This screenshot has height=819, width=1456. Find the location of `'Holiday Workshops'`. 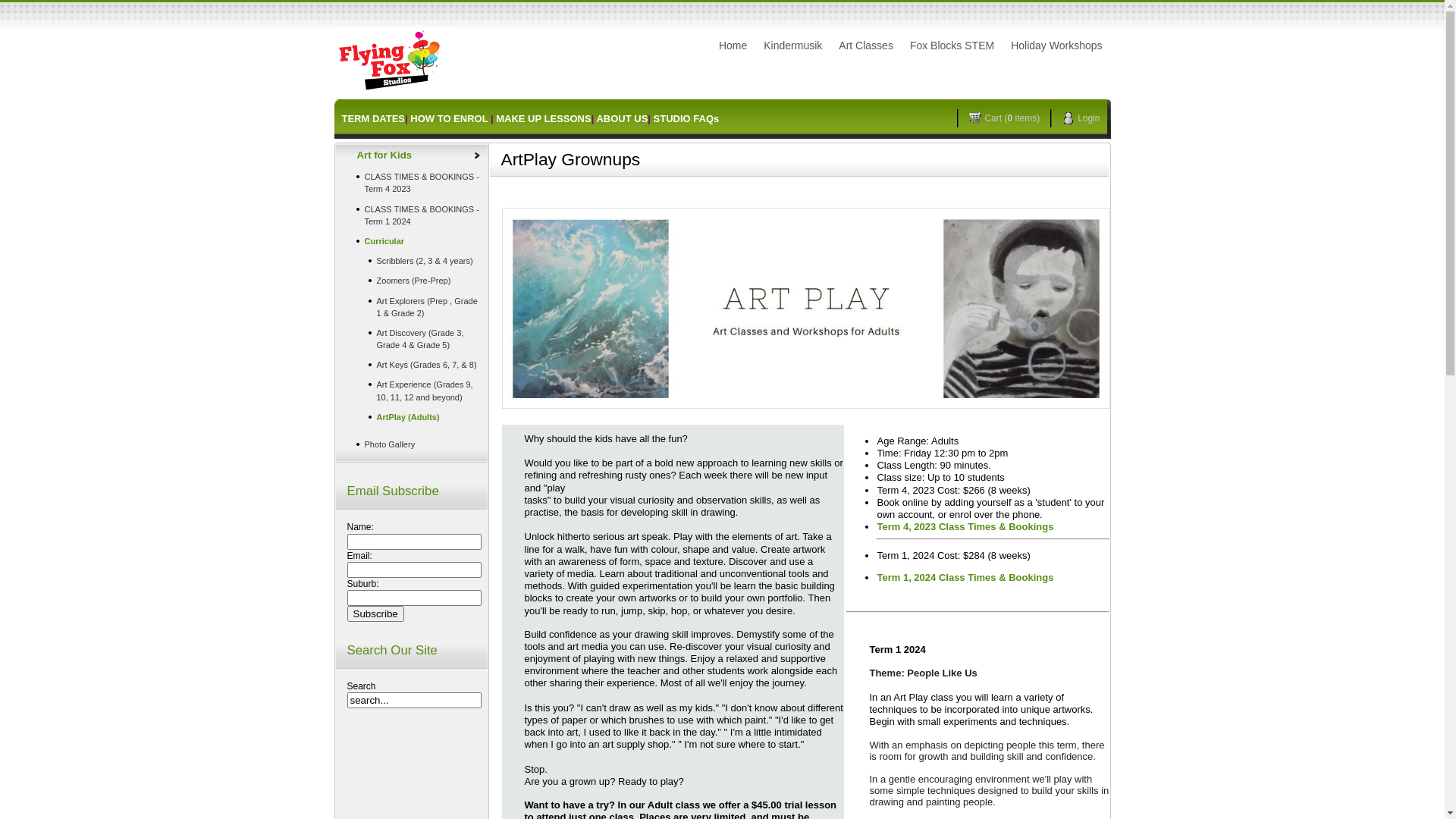

'Holiday Workshops' is located at coordinates (1055, 45).